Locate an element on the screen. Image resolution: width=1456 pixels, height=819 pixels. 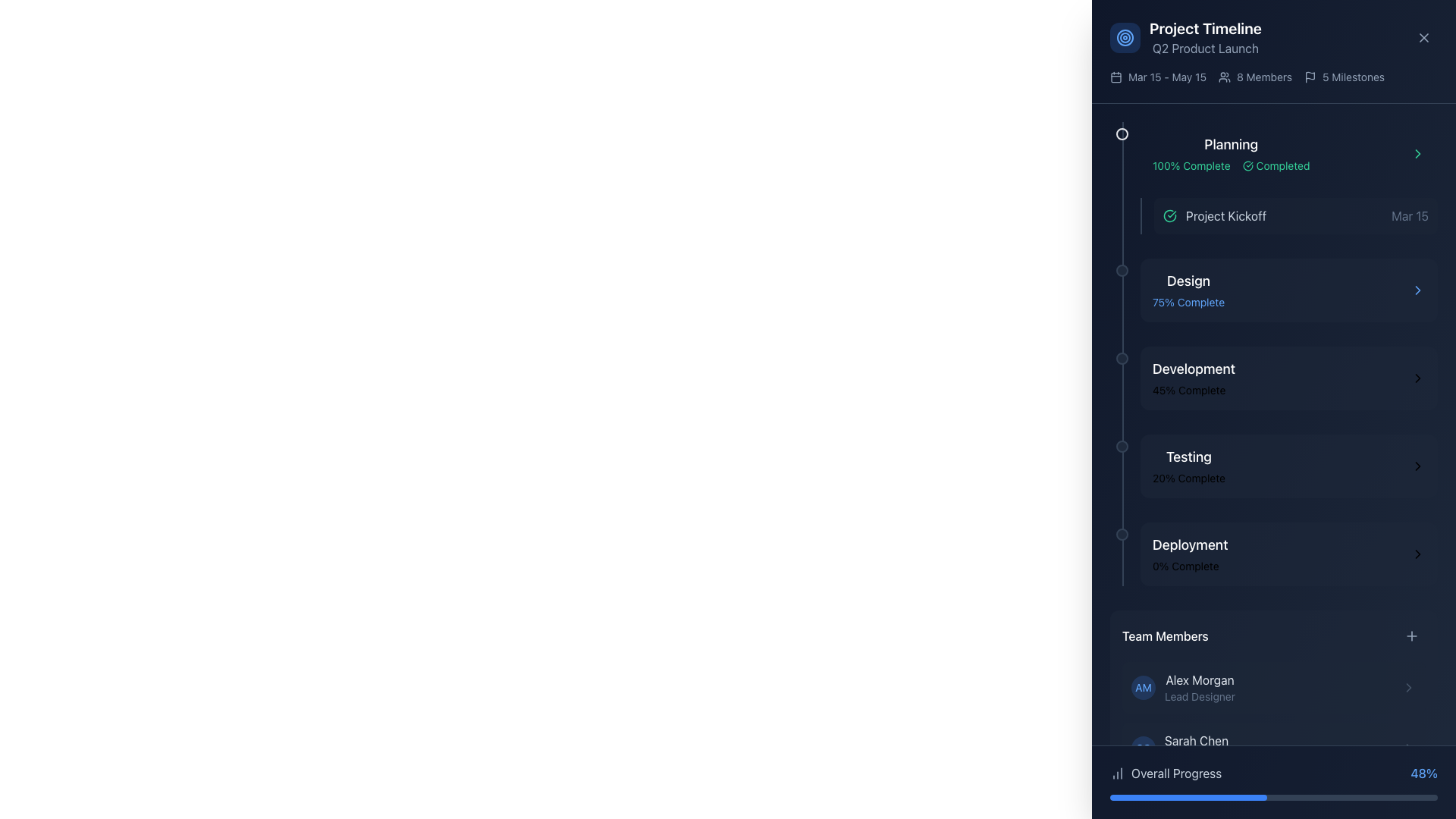
the decorative target icon located at the top left of the interface panel, next to the 'Project Timeline' text is located at coordinates (1125, 37).